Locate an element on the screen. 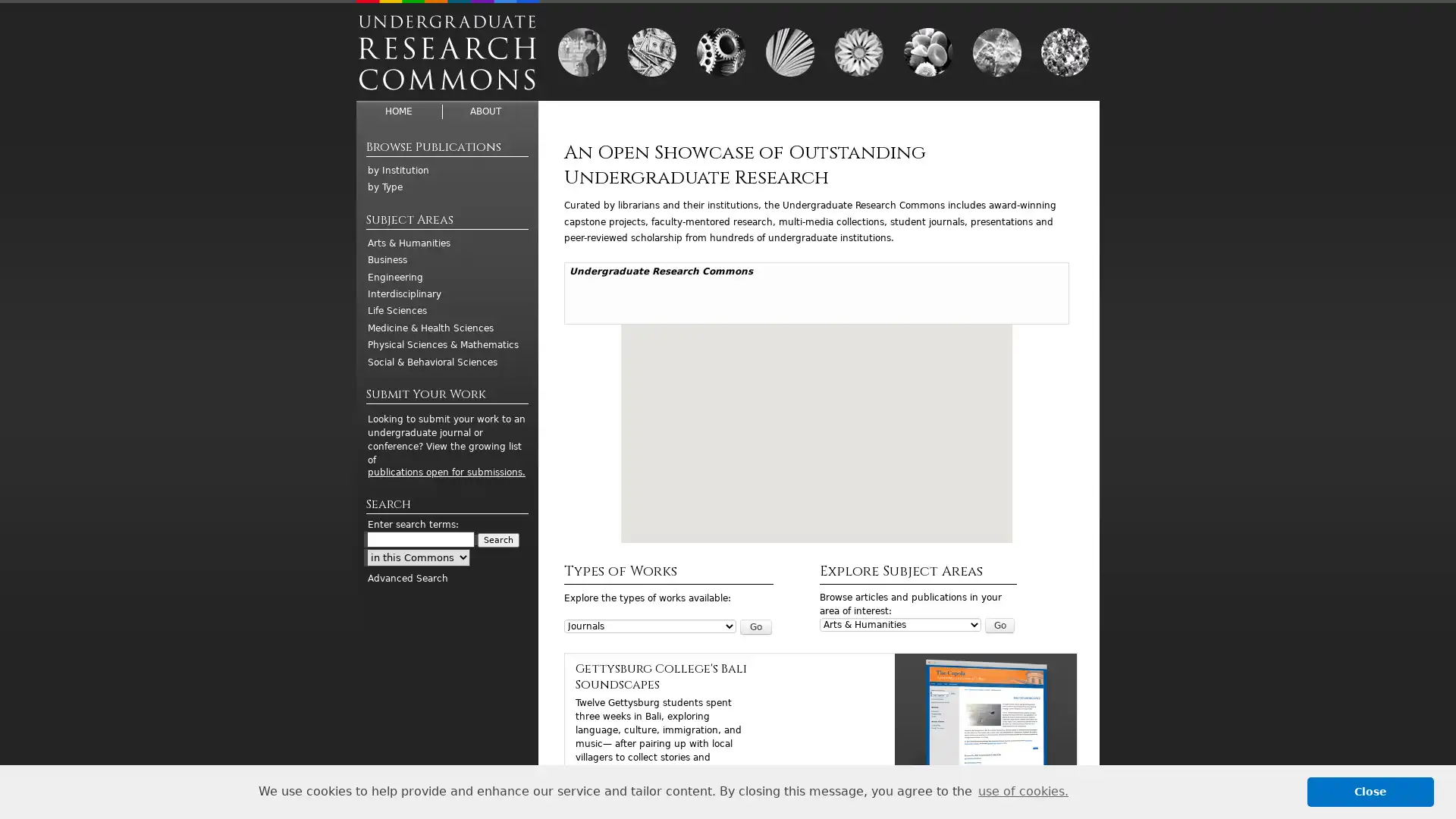  Search is located at coordinates (498, 539).